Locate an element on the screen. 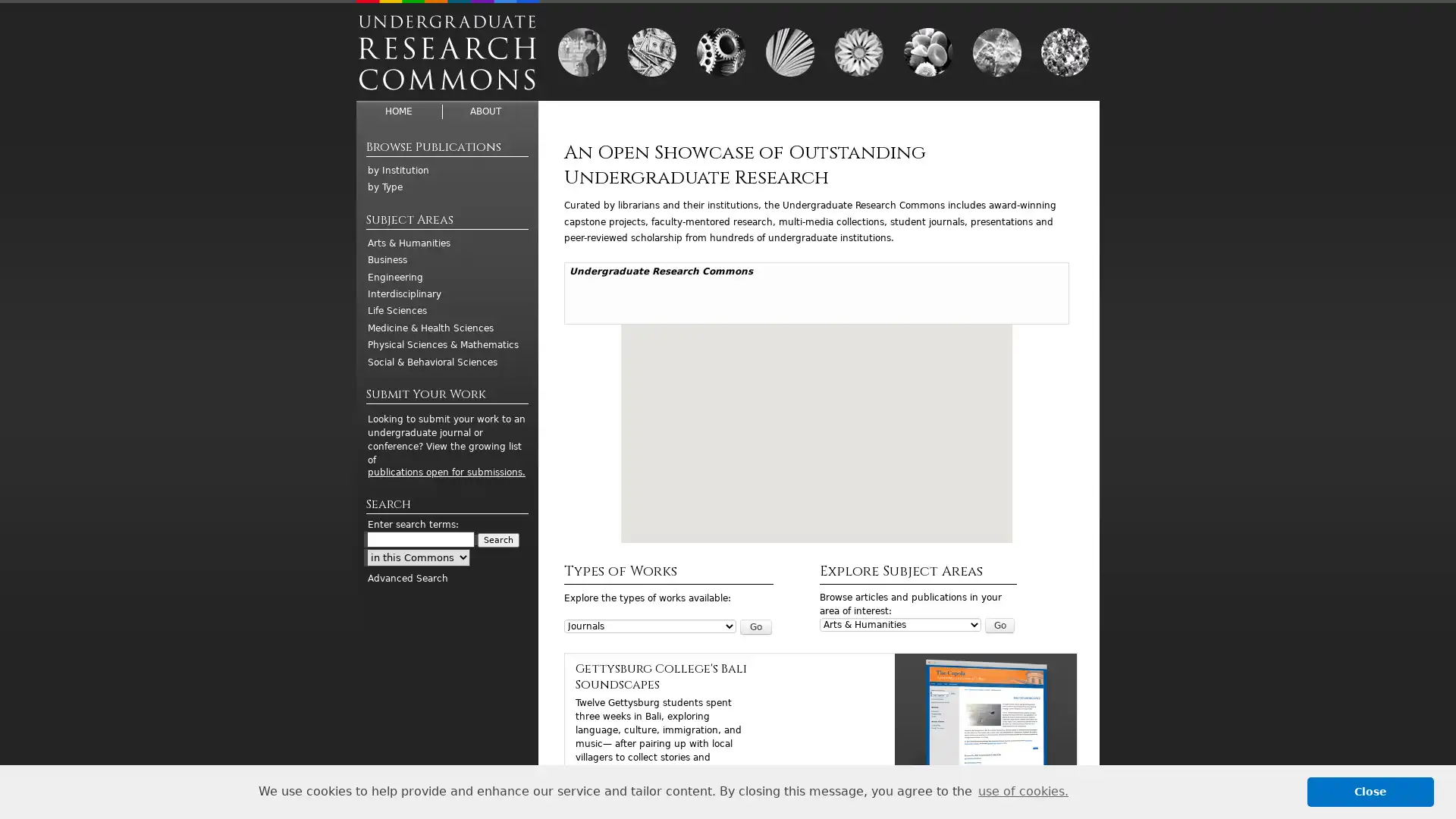  Search is located at coordinates (498, 539).